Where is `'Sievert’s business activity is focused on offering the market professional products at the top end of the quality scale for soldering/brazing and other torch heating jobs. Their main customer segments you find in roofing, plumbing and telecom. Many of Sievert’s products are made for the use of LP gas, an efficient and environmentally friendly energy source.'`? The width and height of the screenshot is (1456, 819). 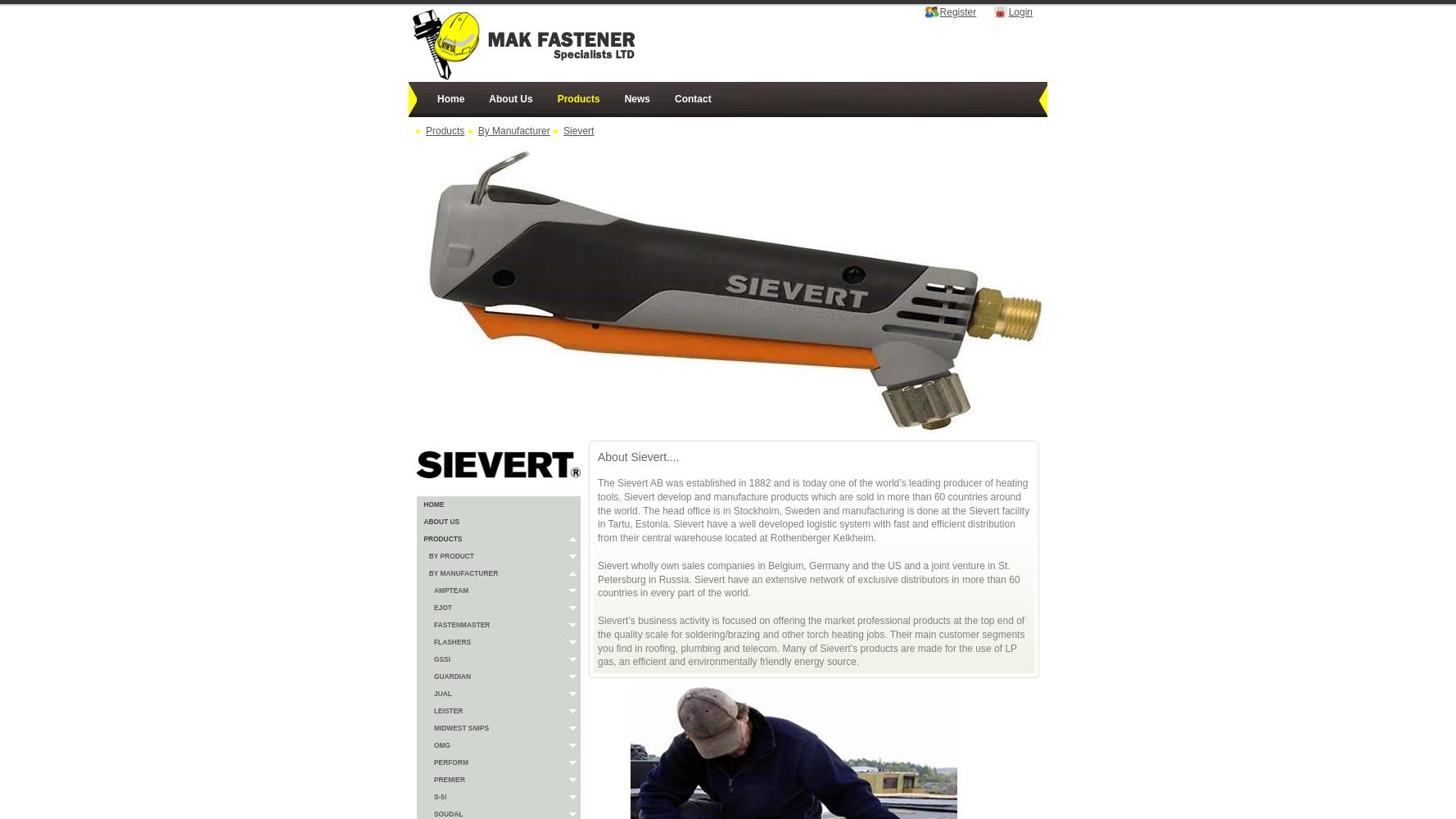 'Sievert’s business activity is focused on offering the market professional products at the top end of the quality scale for soldering/brazing and other torch heating jobs. Their main customer segments you find in roofing, plumbing and telecom. Many of Sievert’s products are made for the use of LP gas, an efficient and environmentally friendly energy source.' is located at coordinates (597, 640).